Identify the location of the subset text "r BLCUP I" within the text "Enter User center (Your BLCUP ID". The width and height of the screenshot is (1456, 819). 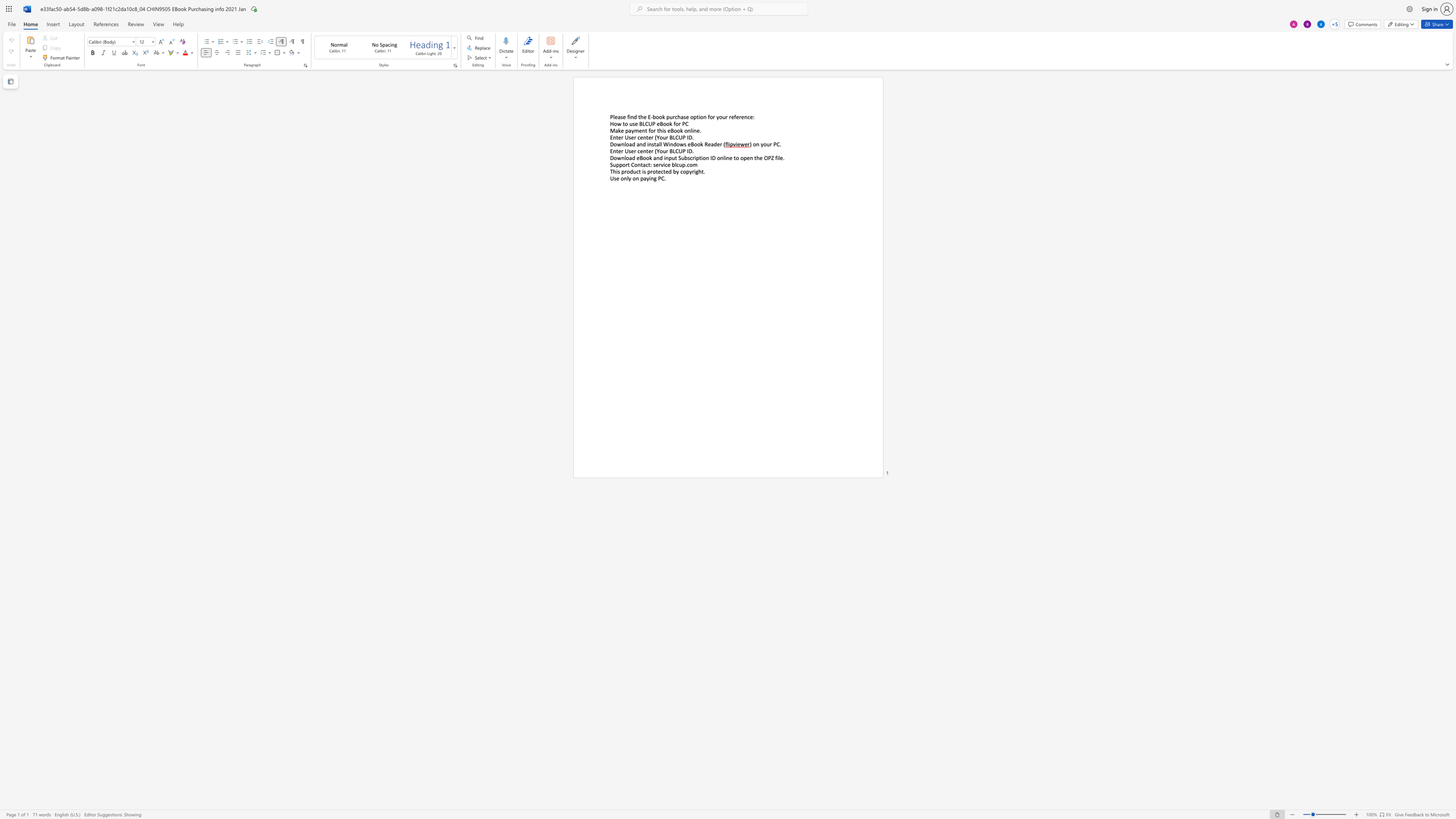
(665, 137).